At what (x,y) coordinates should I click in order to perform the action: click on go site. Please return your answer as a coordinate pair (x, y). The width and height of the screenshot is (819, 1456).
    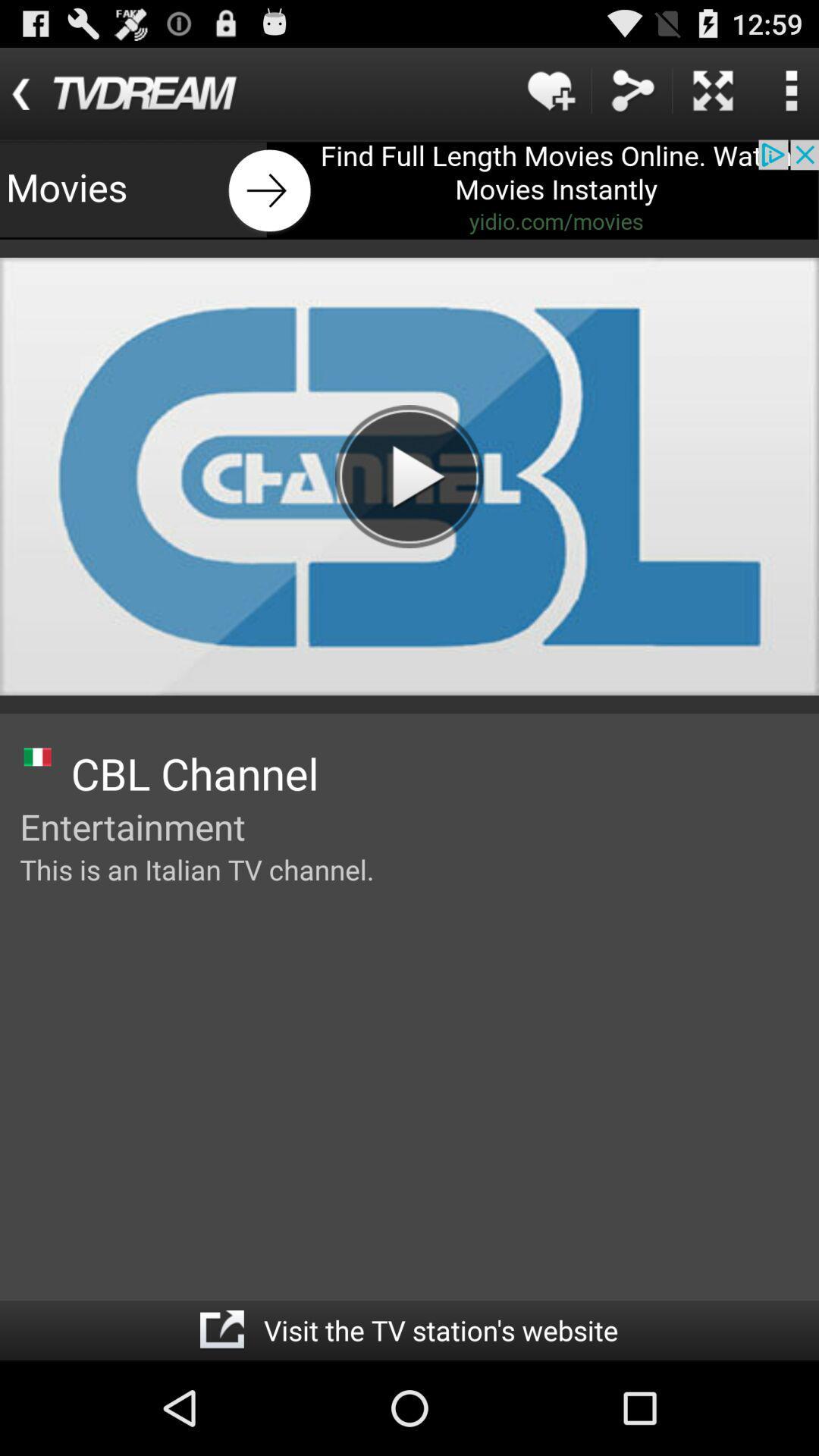
    Looking at the image, I should click on (221, 1329).